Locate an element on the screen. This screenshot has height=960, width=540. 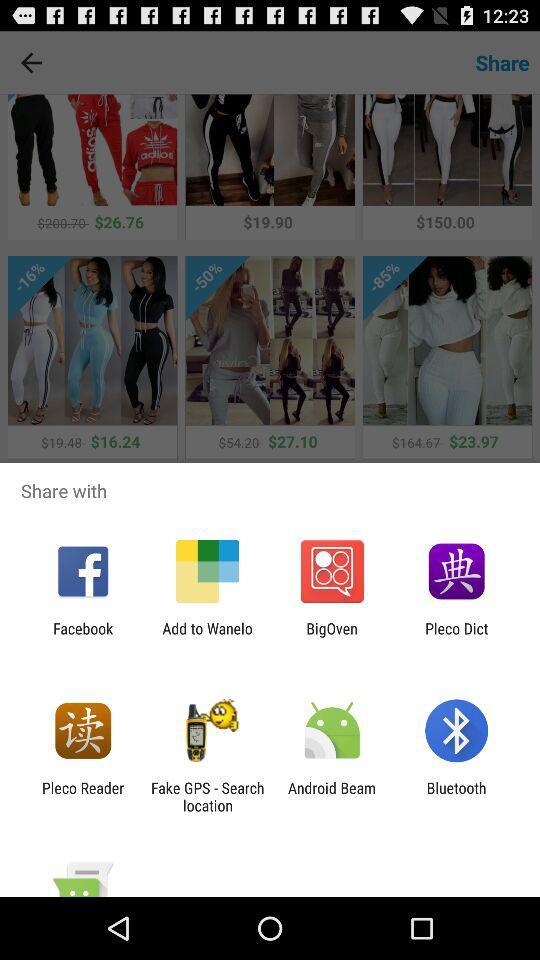
add to wanelo item is located at coordinates (206, 636).